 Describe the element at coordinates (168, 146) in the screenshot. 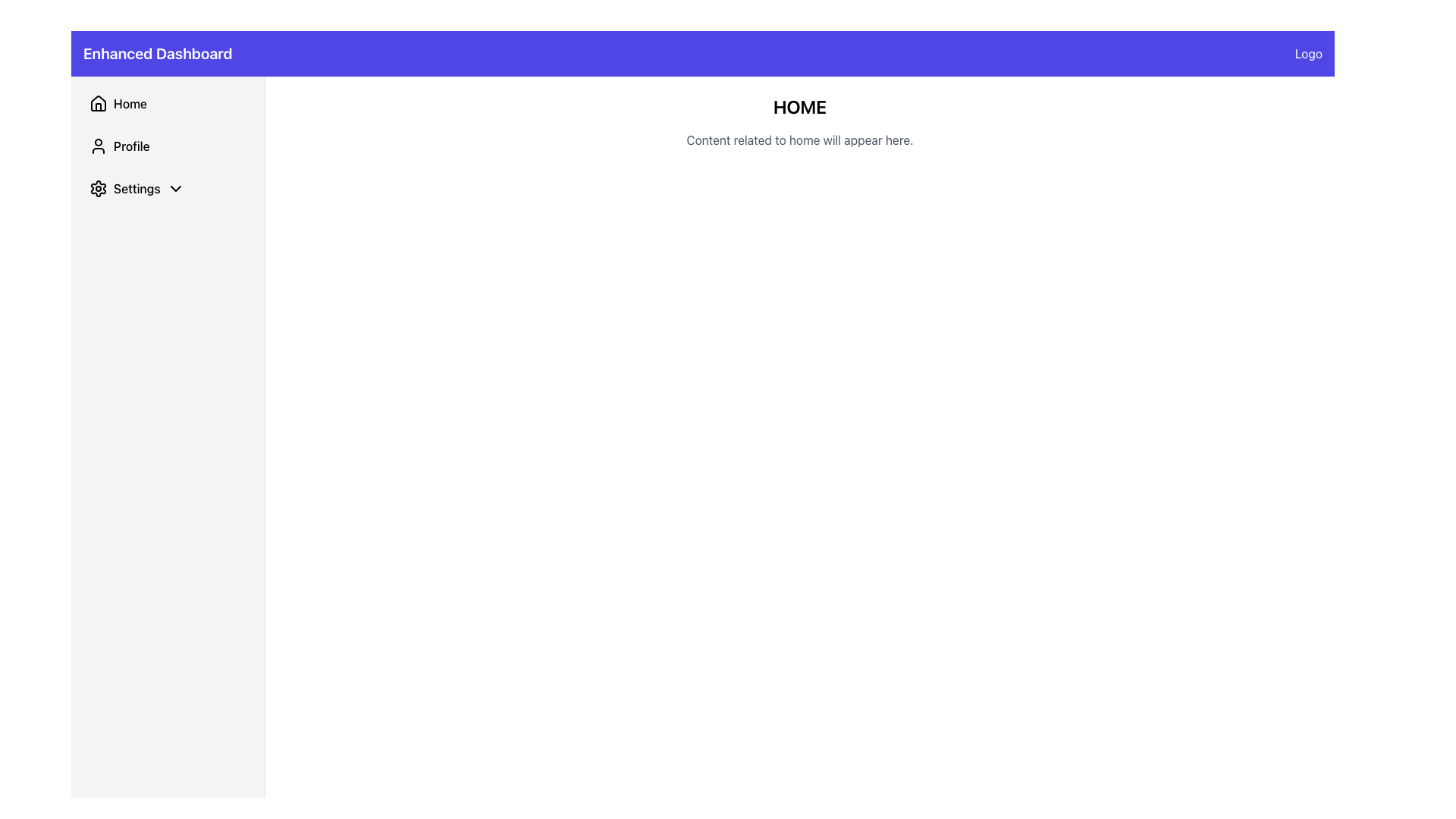

I see `the 'Profile' item in the vertical Navigation menu located in the left sidebar` at that location.